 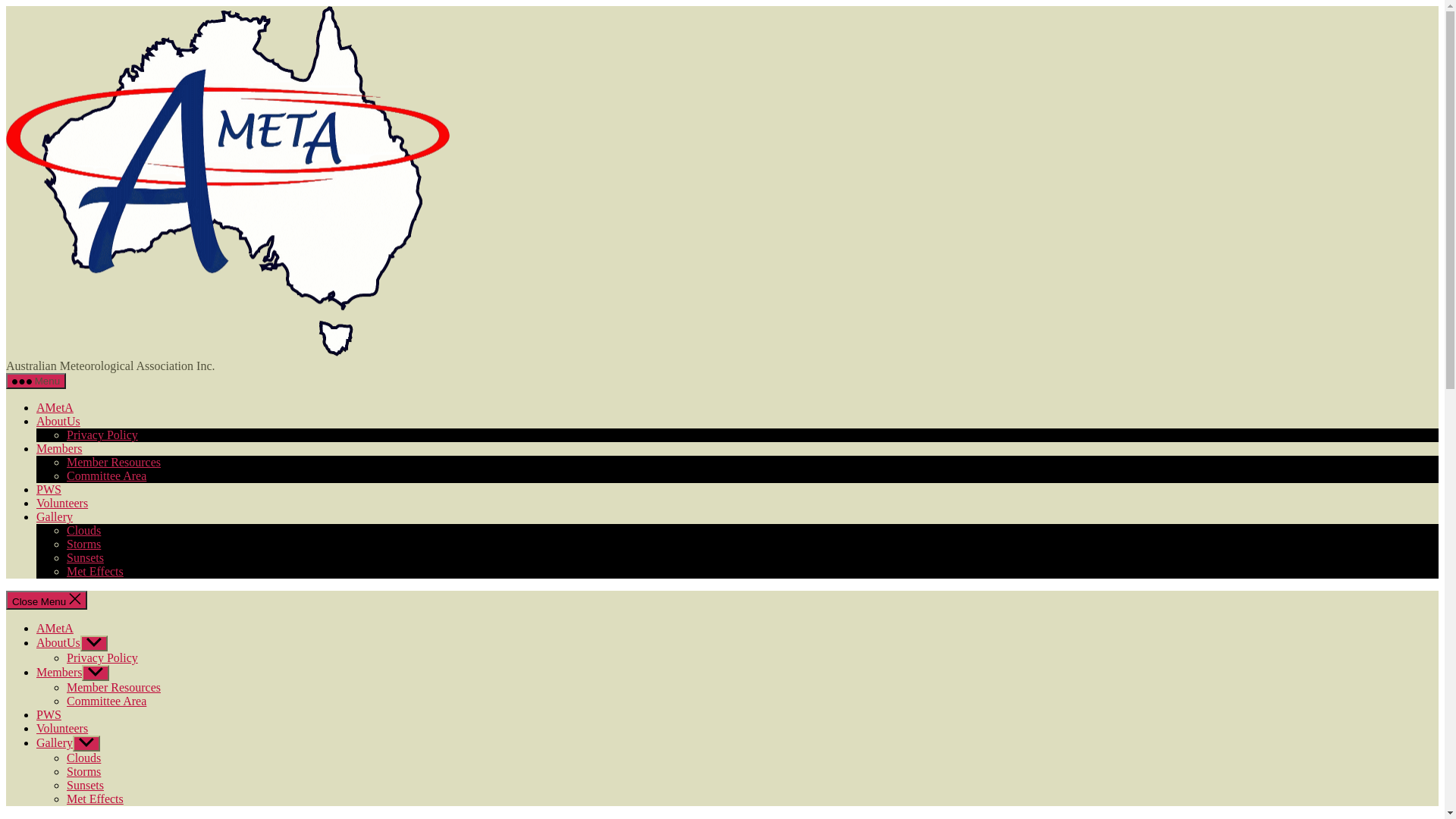 What do you see at coordinates (36, 714) in the screenshot?
I see `'PWS'` at bounding box center [36, 714].